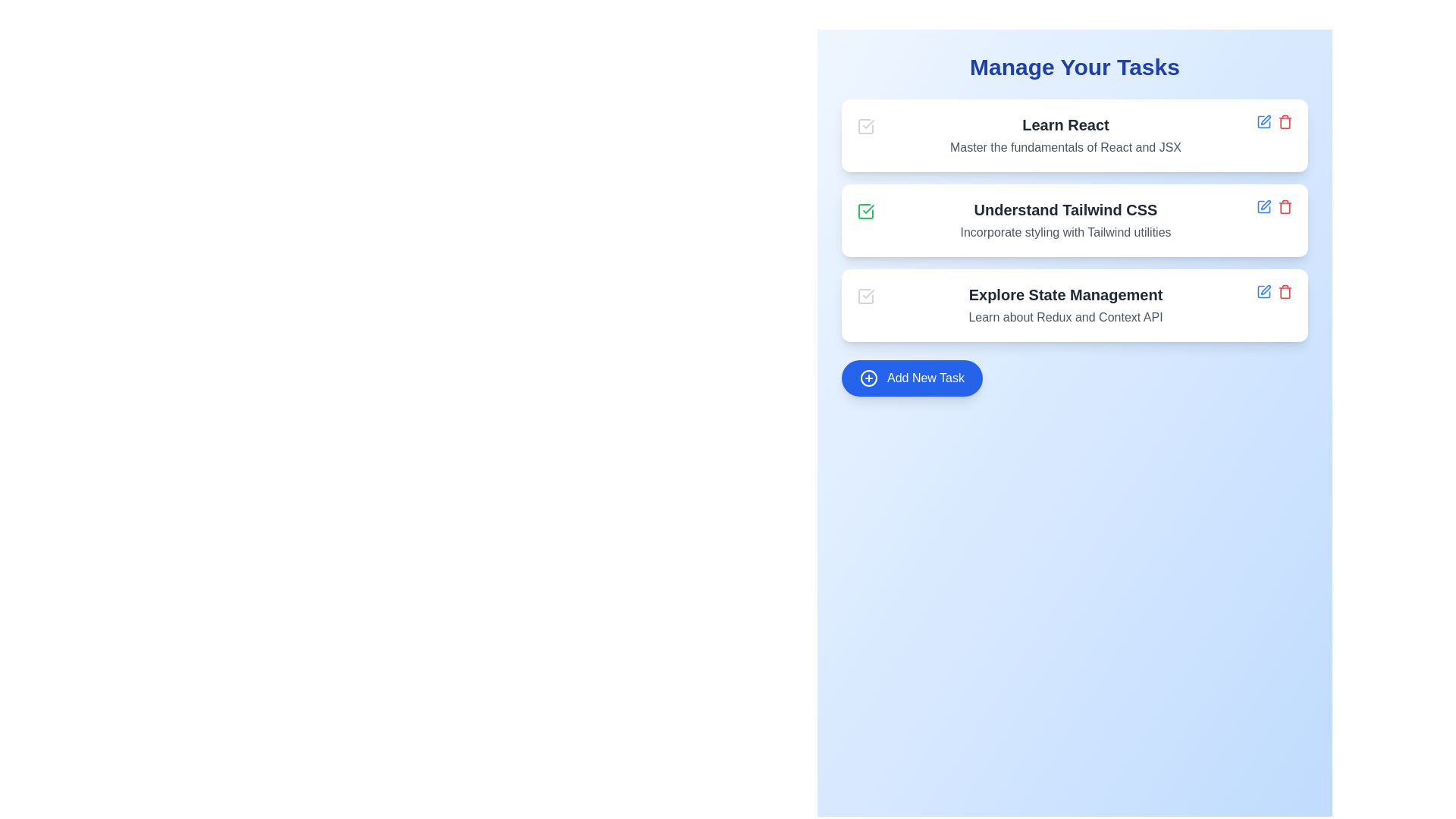 The width and height of the screenshot is (1456, 819). Describe the element at coordinates (912, 377) in the screenshot. I see `the 'Add Task' button located in the 'Manage Your Tasks' section` at that location.